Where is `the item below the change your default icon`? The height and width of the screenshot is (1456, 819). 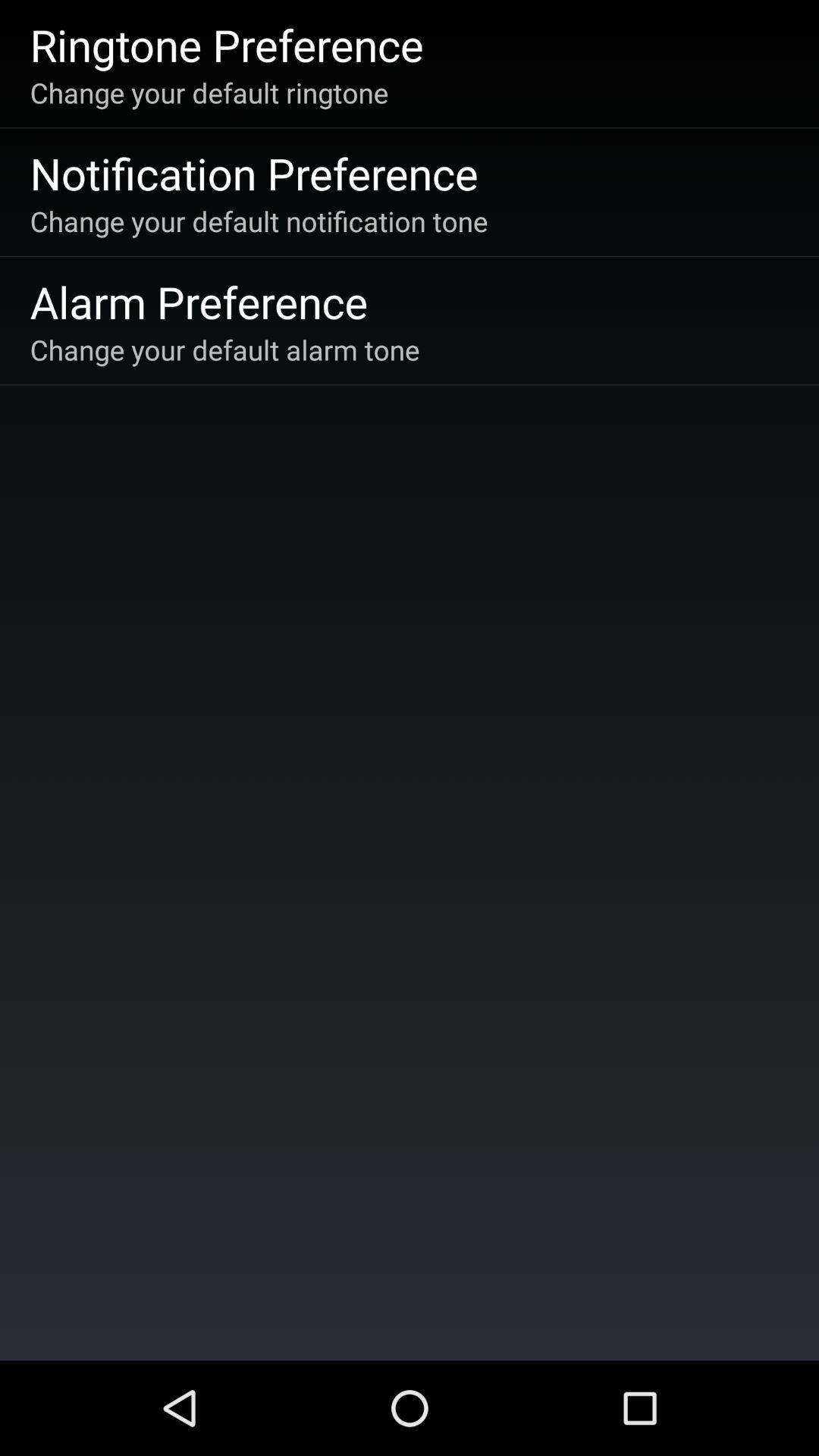 the item below the change your default icon is located at coordinates (198, 301).